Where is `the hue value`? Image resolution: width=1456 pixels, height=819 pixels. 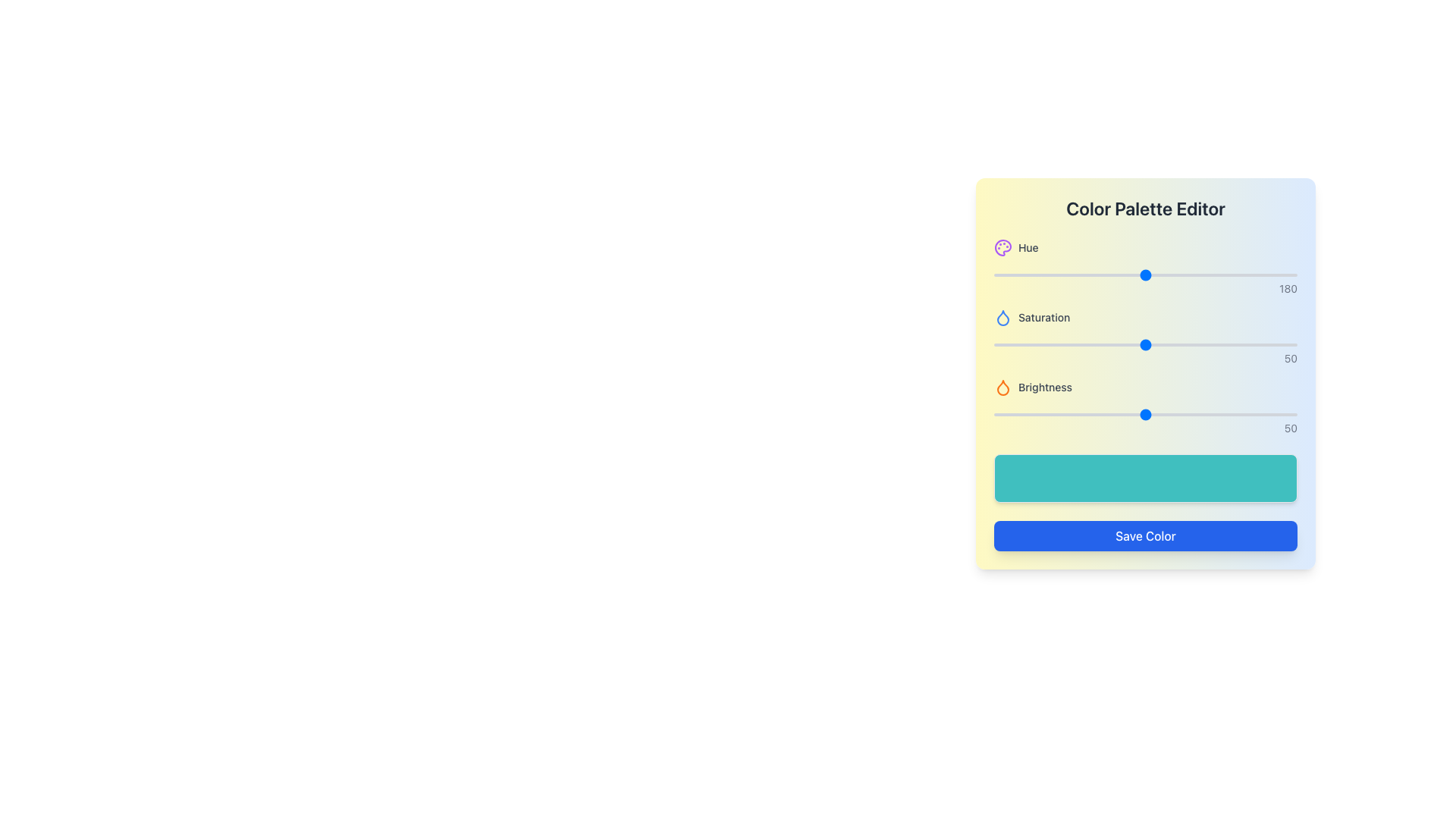 the hue value is located at coordinates (1009, 275).